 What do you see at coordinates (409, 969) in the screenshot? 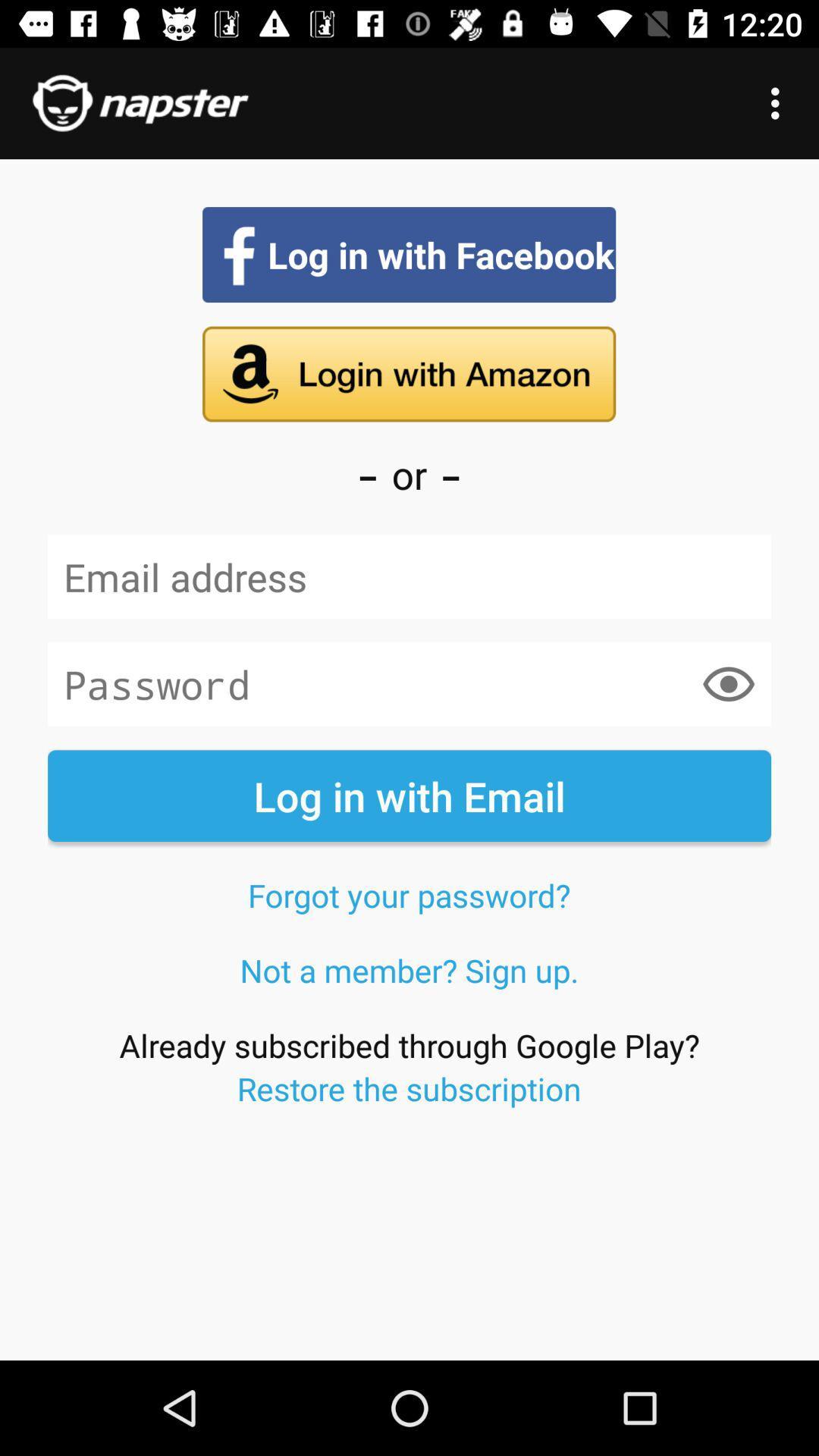
I see `the not a member` at bounding box center [409, 969].